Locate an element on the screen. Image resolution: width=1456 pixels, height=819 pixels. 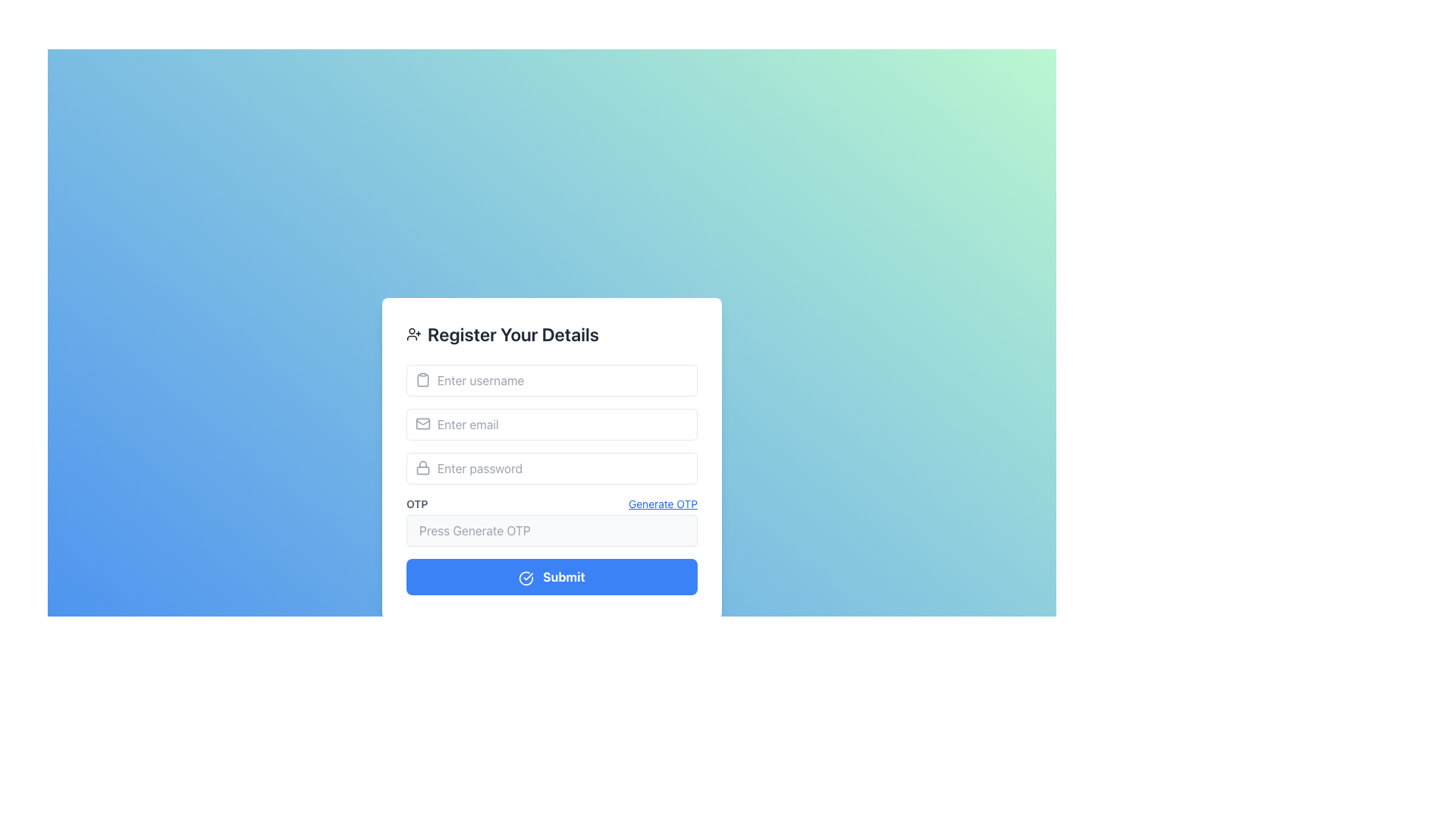
the submit button located in the centered panel below the text input field is located at coordinates (551, 576).